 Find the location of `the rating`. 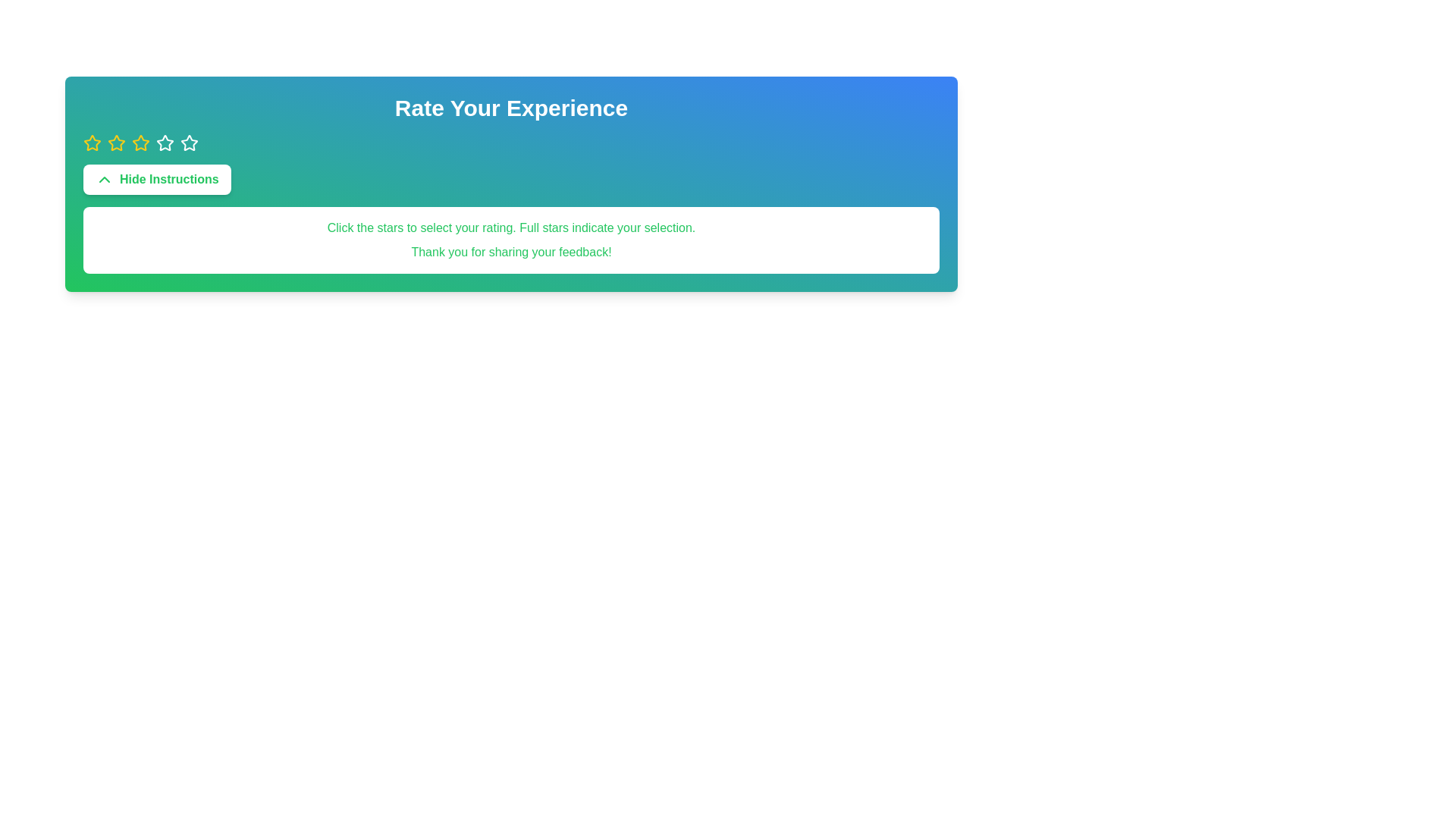

the rating is located at coordinates (91, 143).